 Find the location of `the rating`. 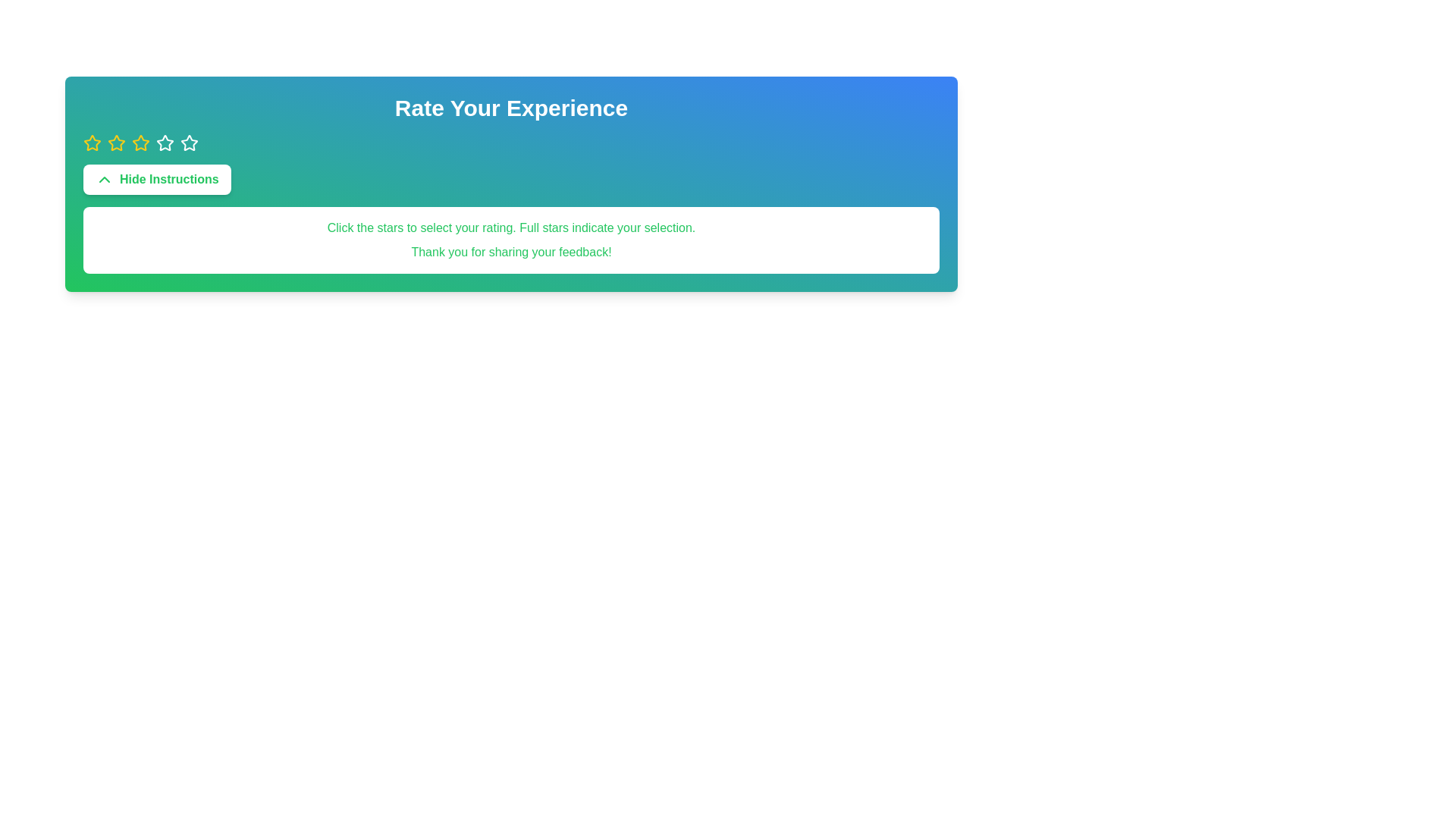

the rating is located at coordinates (91, 143).